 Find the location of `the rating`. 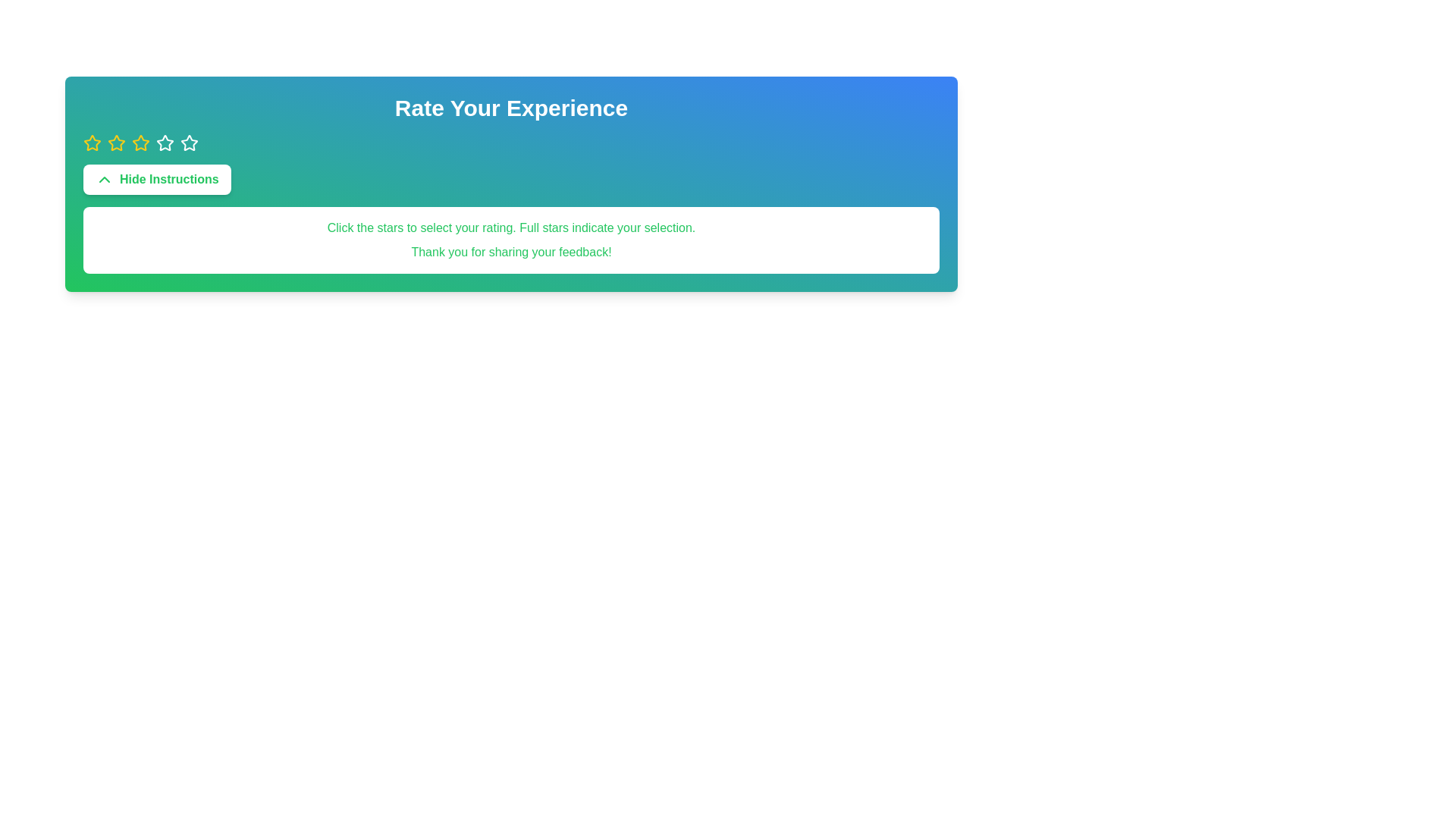

the rating is located at coordinates (91, 143).